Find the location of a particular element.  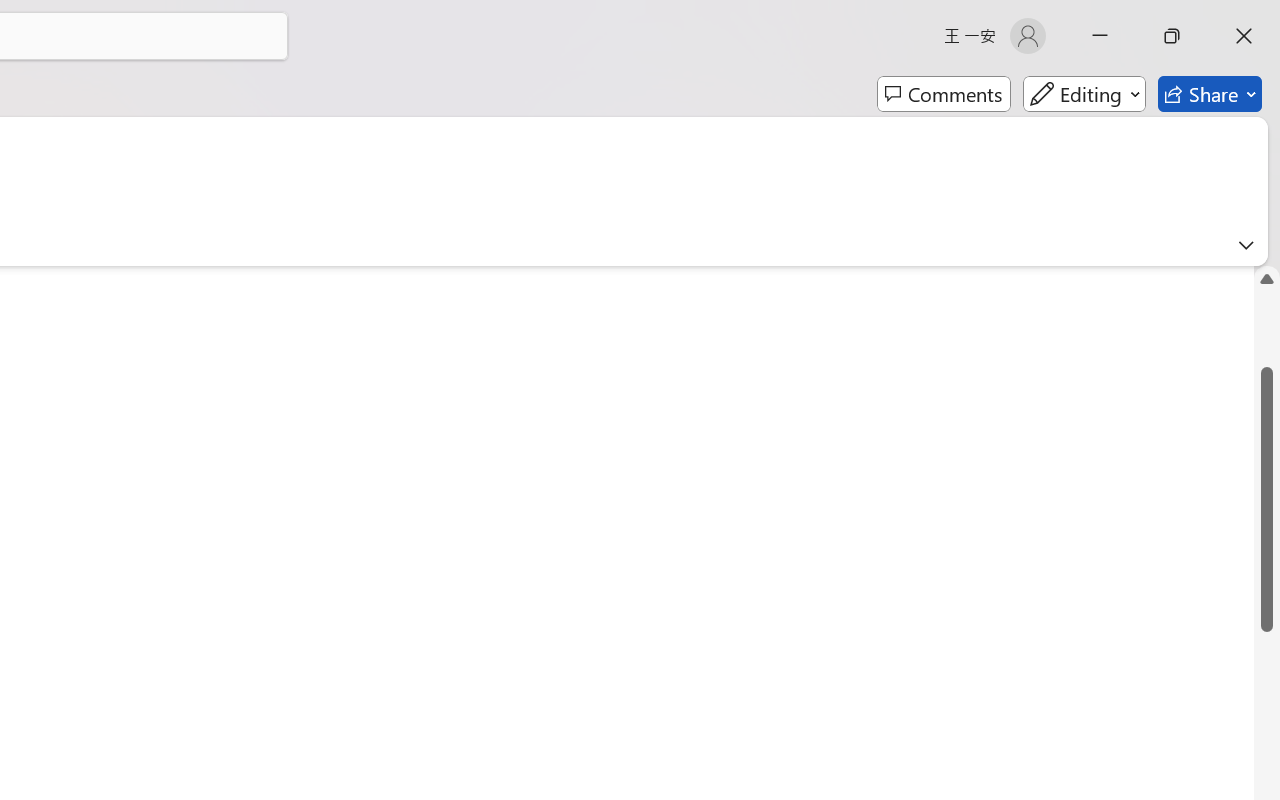

'Restore Down' is located at coordinates (1172, 35).